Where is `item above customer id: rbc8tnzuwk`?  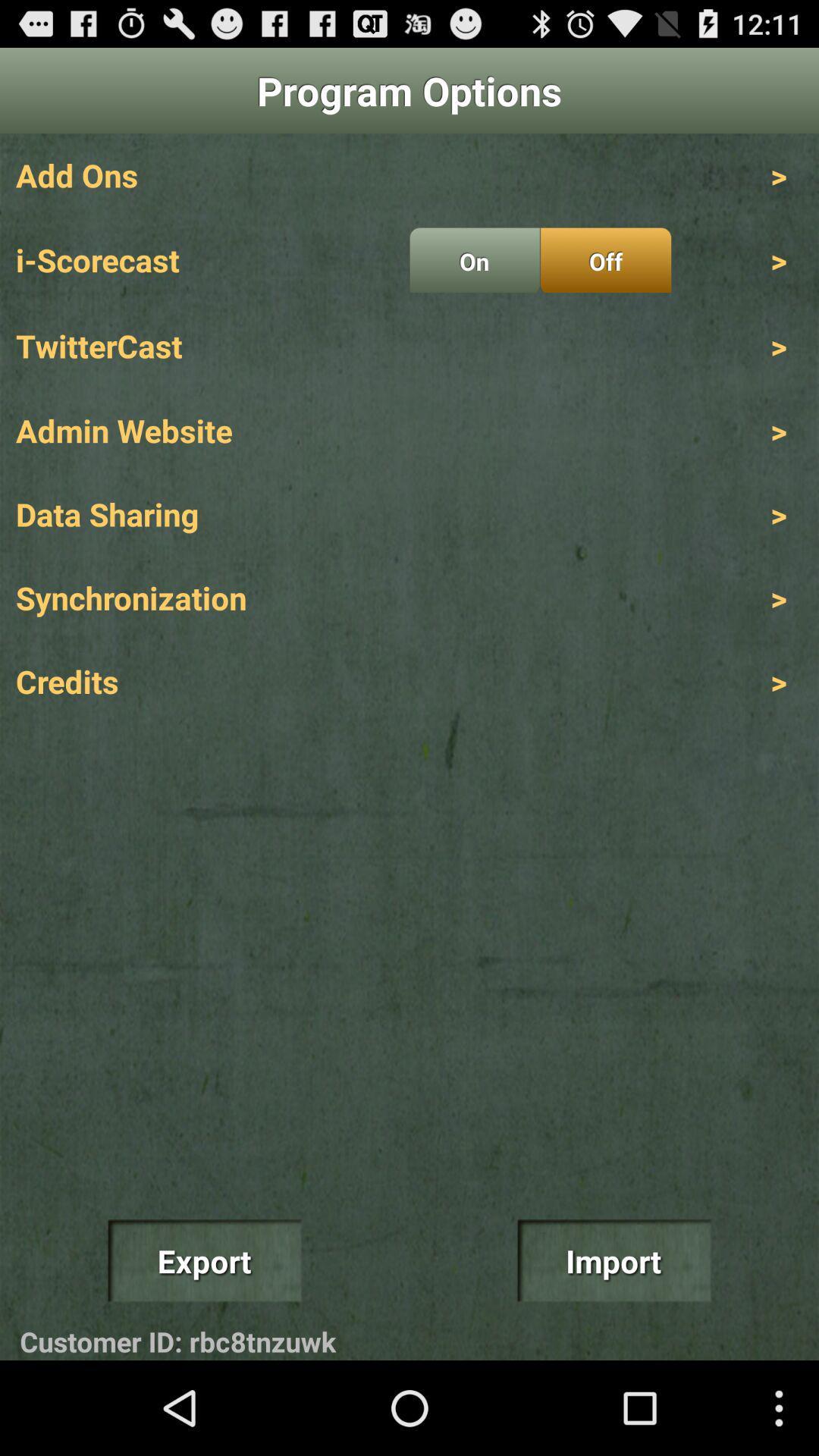
item above customer id: rbc8tnzuwk is located at coordinates (203, 1260).